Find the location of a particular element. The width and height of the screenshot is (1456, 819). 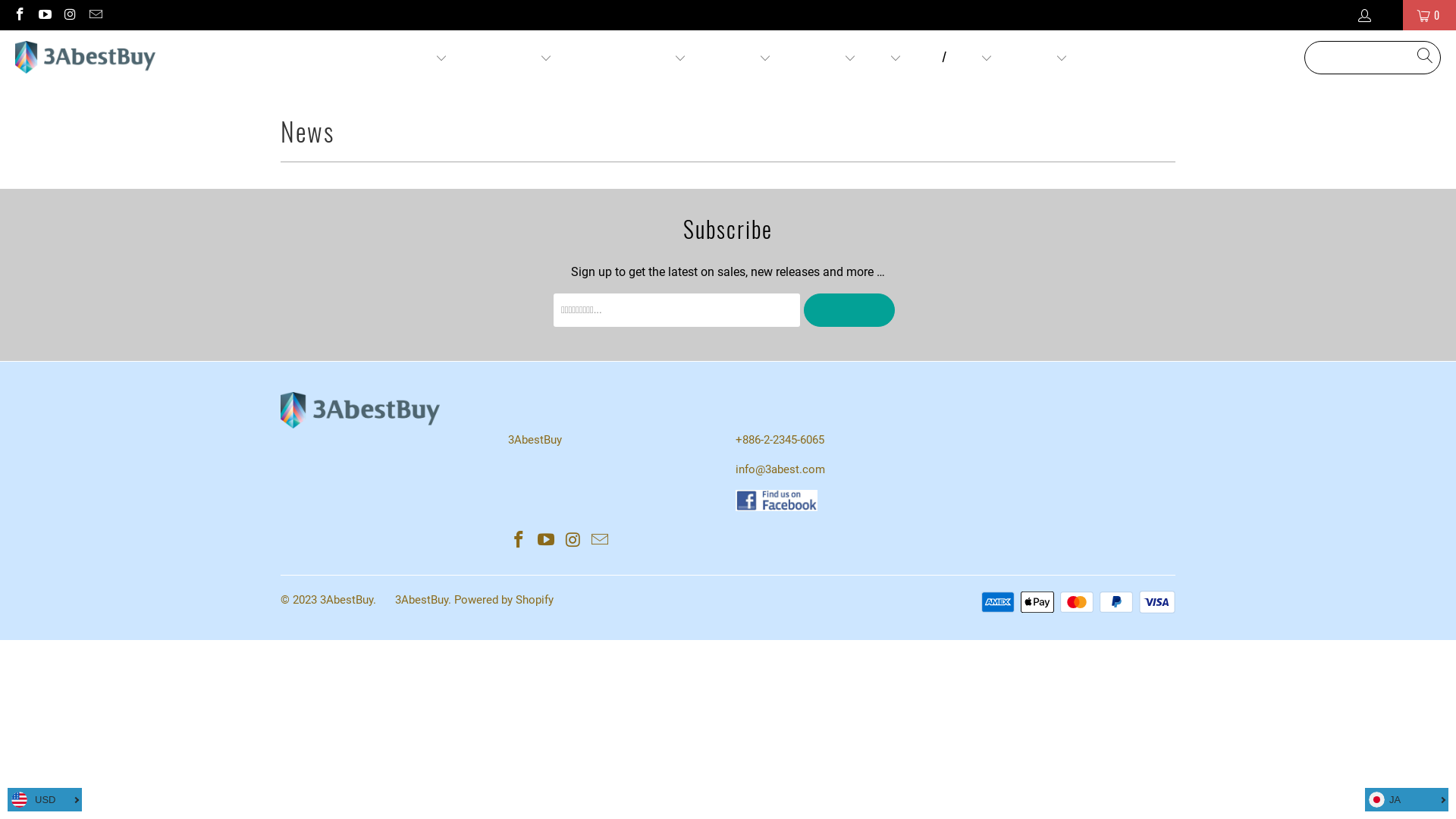

'3AbestBuy on YouTube' is located at coordinates (546, 540).